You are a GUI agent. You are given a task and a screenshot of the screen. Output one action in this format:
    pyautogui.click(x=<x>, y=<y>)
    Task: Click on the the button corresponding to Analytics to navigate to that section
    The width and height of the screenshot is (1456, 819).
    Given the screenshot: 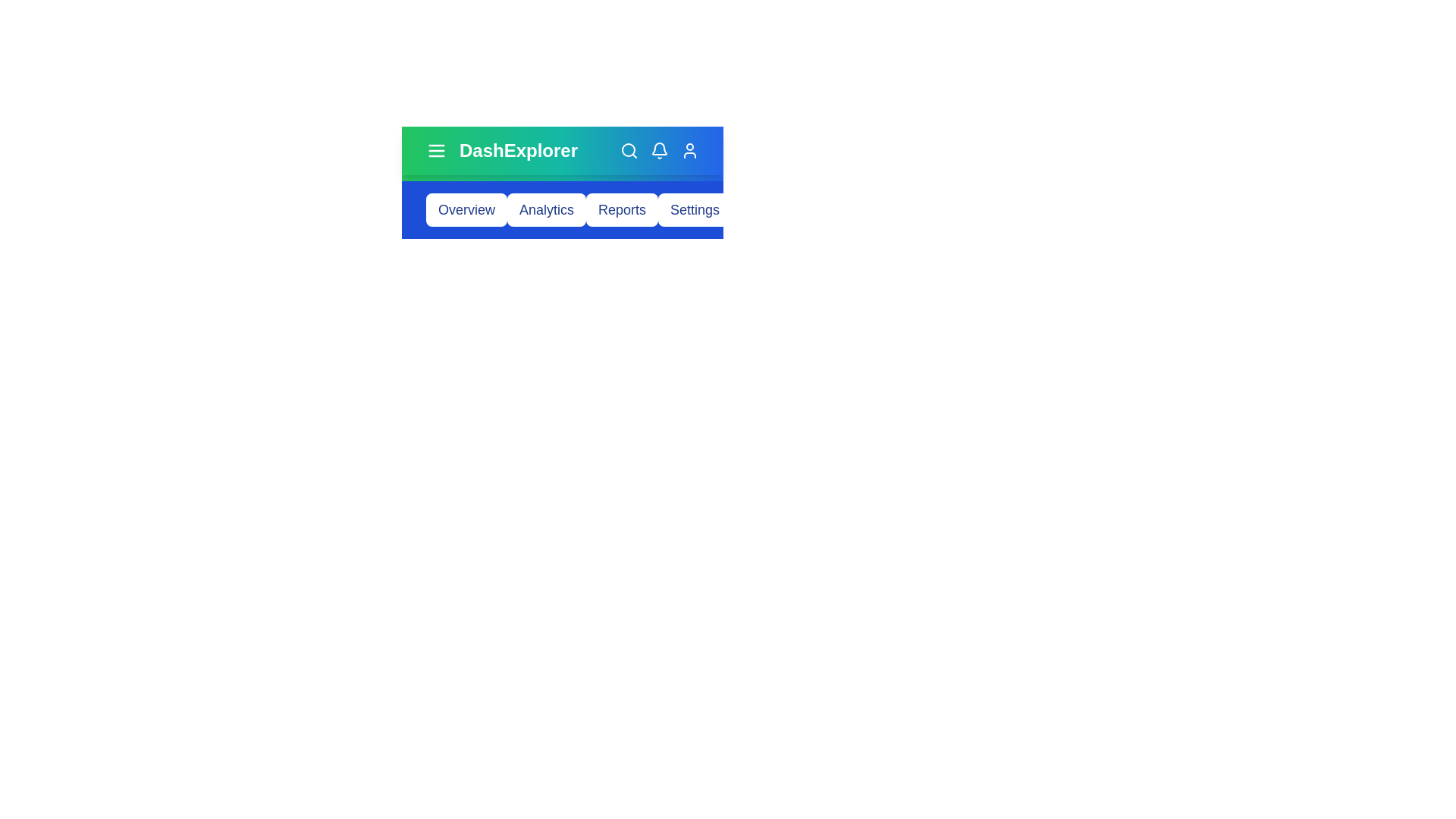 What is the action you would take?
    pyautogui.click(x=546, y=210)
    